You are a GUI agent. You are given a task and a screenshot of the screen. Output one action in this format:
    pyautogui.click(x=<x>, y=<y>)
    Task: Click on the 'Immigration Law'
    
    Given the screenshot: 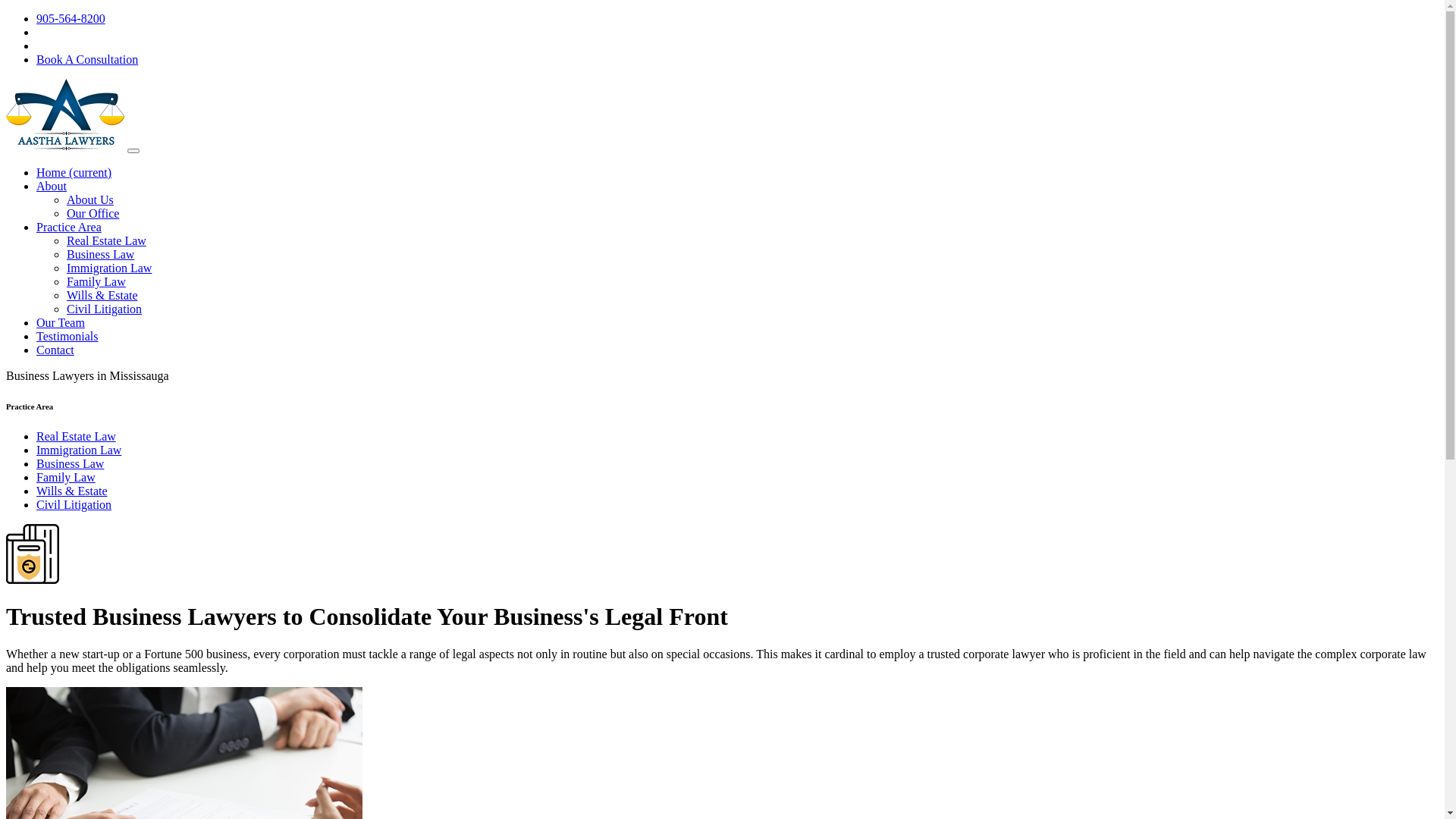 What is the action you would take?
    pyautogui.click(x=108, y=267)
    